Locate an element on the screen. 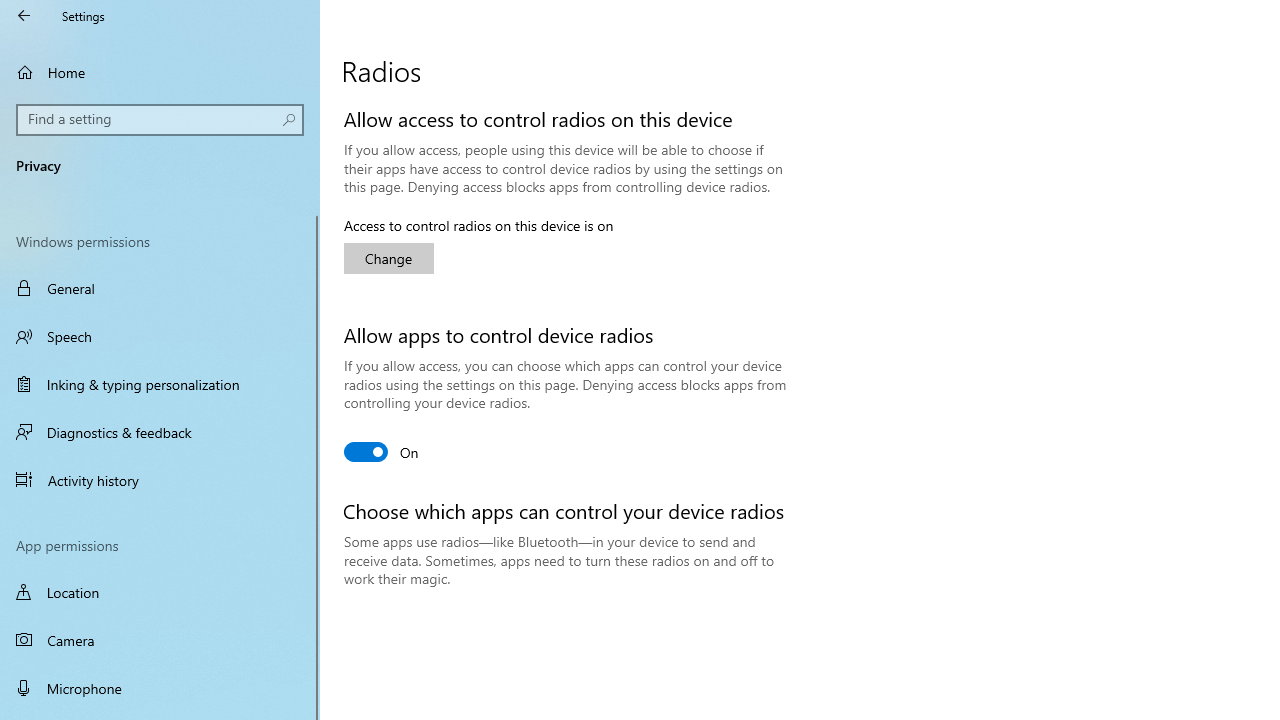 Image resolution: width=1280 pixels, height=720 pixels. 'General' is located at coordinates (160, 288).